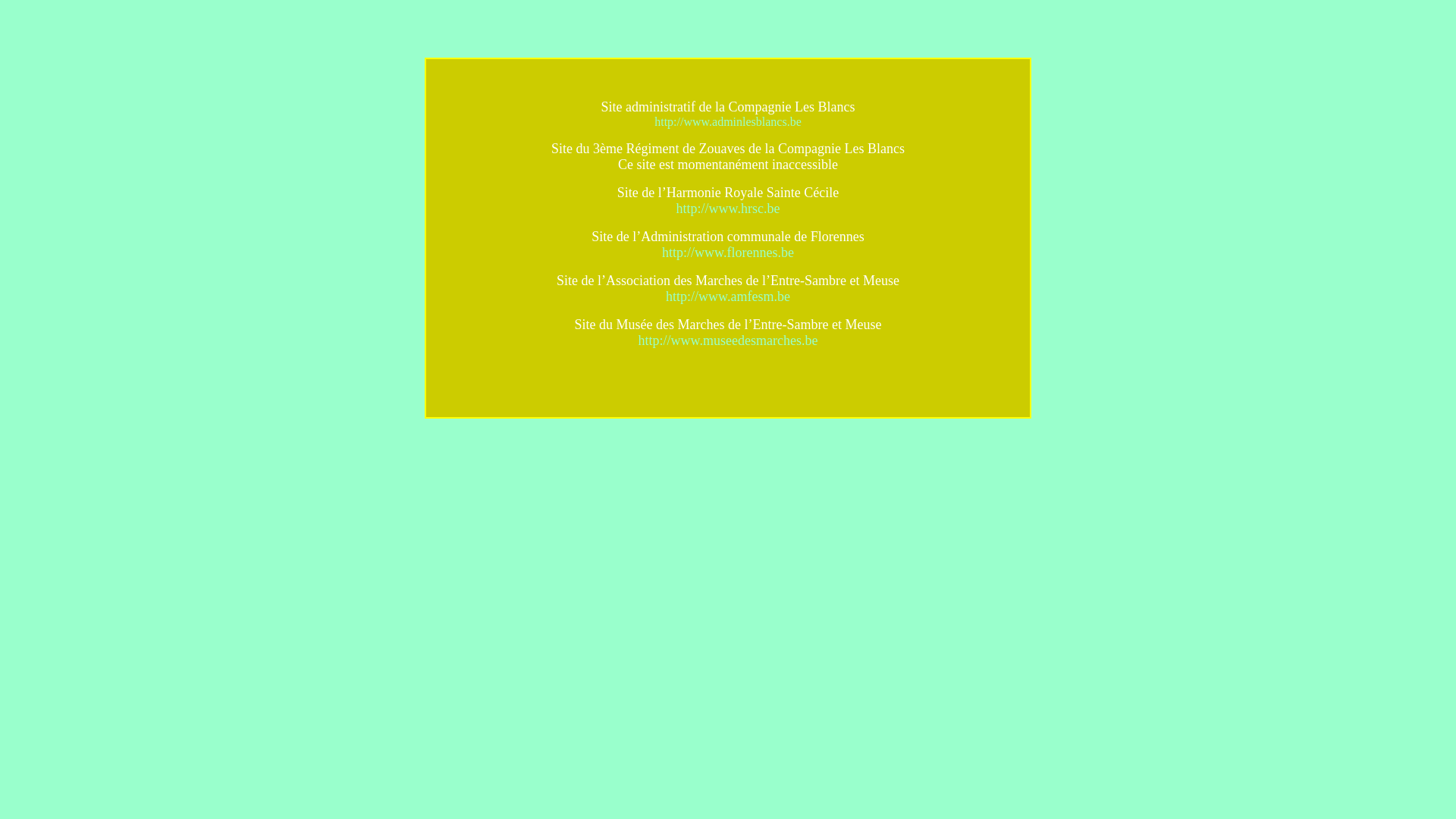 This screenshot has height=819, width=1456. I want to click on 'http://www.amfesm.be', so click(666, 296).